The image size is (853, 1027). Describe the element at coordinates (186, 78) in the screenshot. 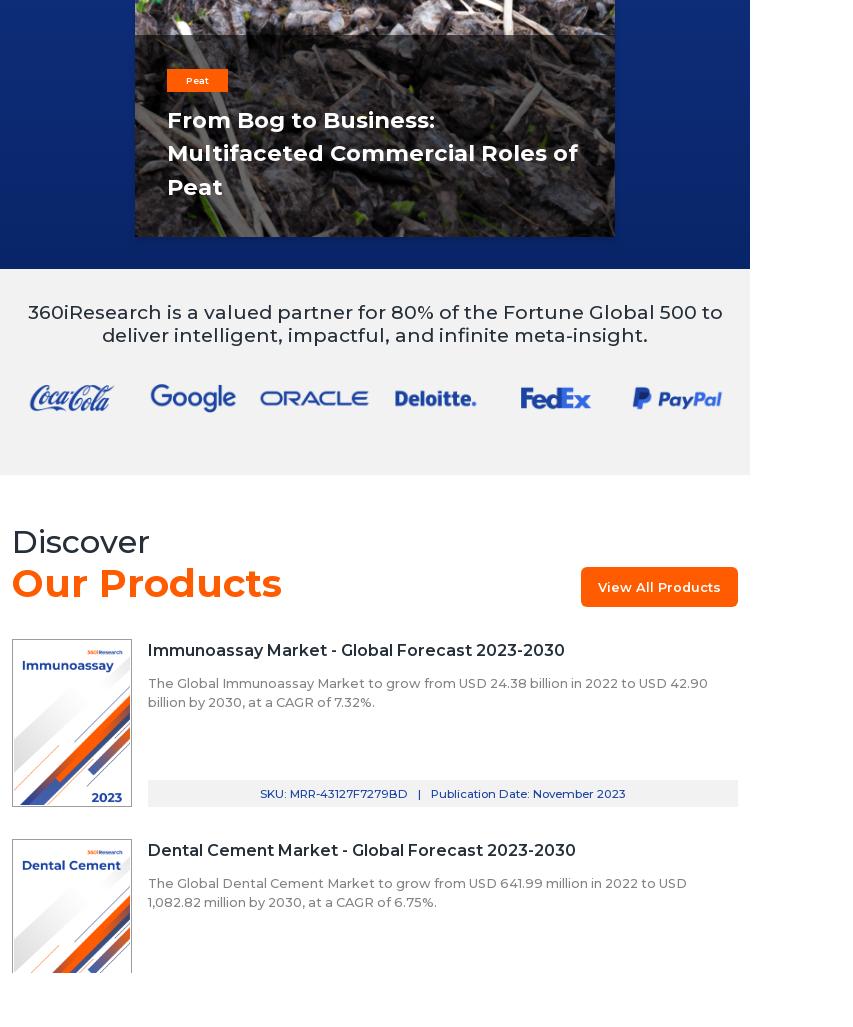

I see `'Peat'` at that location.